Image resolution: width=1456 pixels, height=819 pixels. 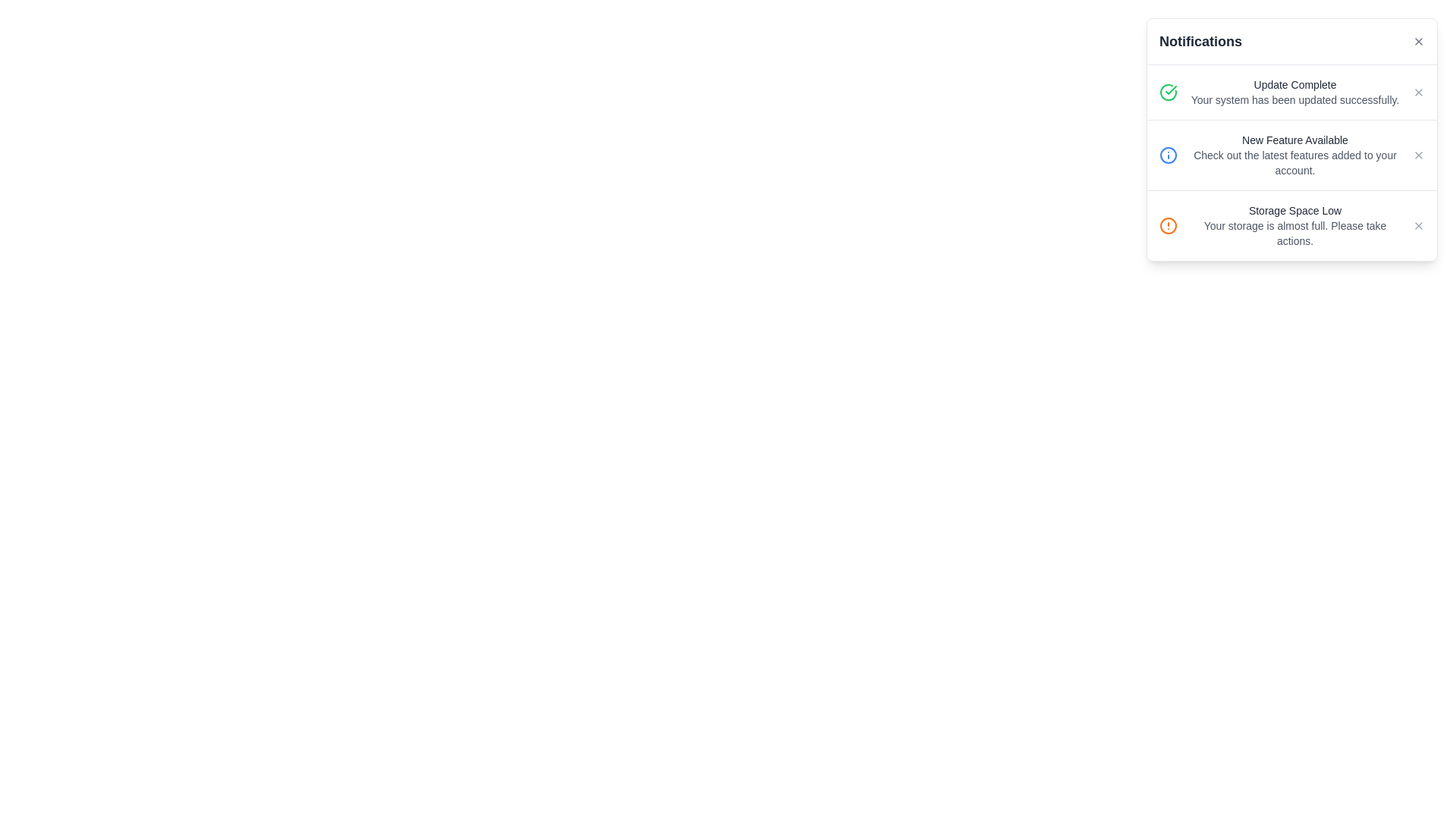 I want to click on text of the title Text Label located at the center of the first notification card in the notification panel, so click(x=1294, y=84).